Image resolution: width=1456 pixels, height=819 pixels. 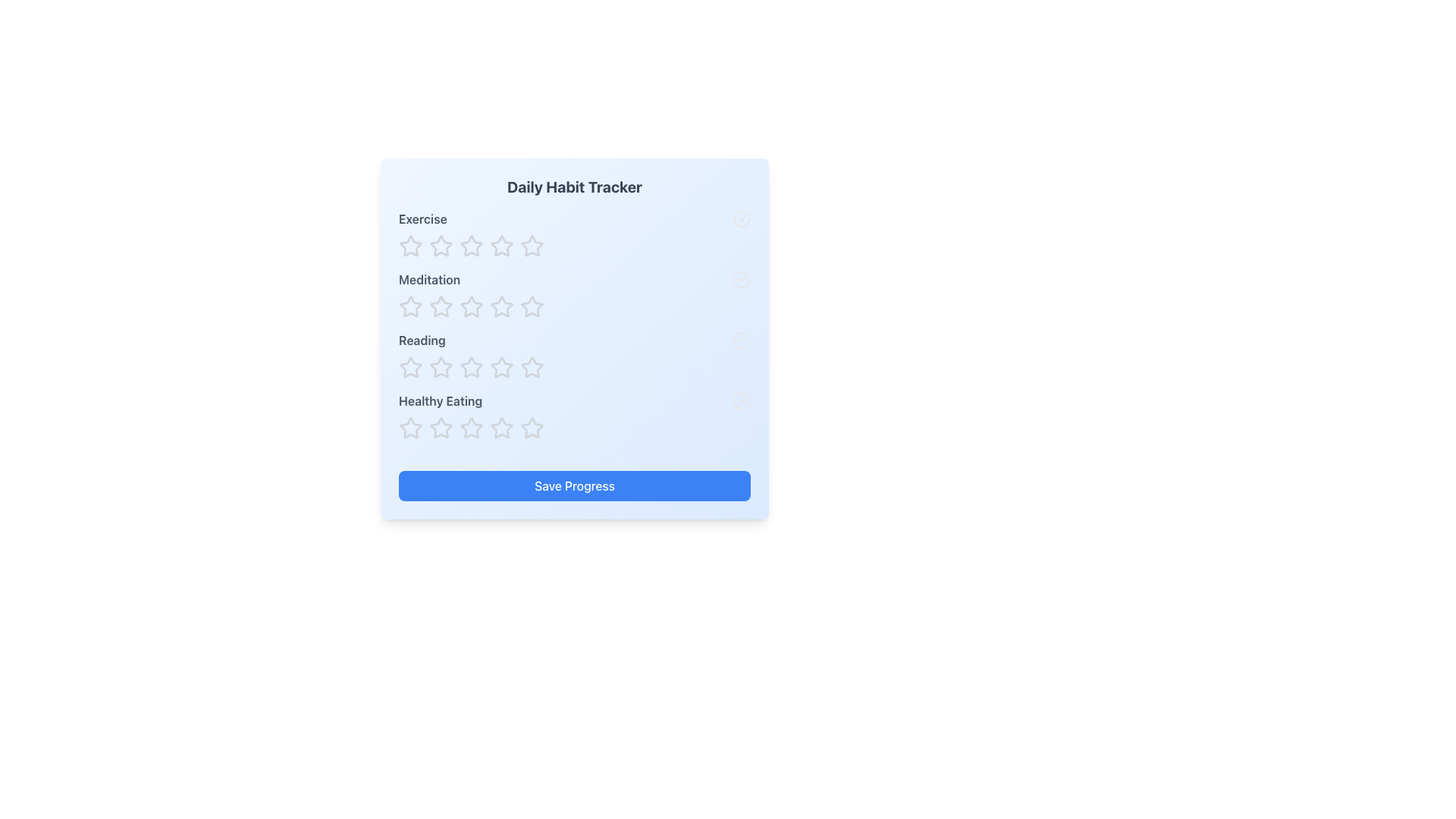 What do you see at coordinates (574, 280) in the screenshot?
I see `the row representing the 'Meditation' activity in the Daily Habit Tracker interface, located between 'Exercise' and 'Reading'` at bounding box center [574, 280].